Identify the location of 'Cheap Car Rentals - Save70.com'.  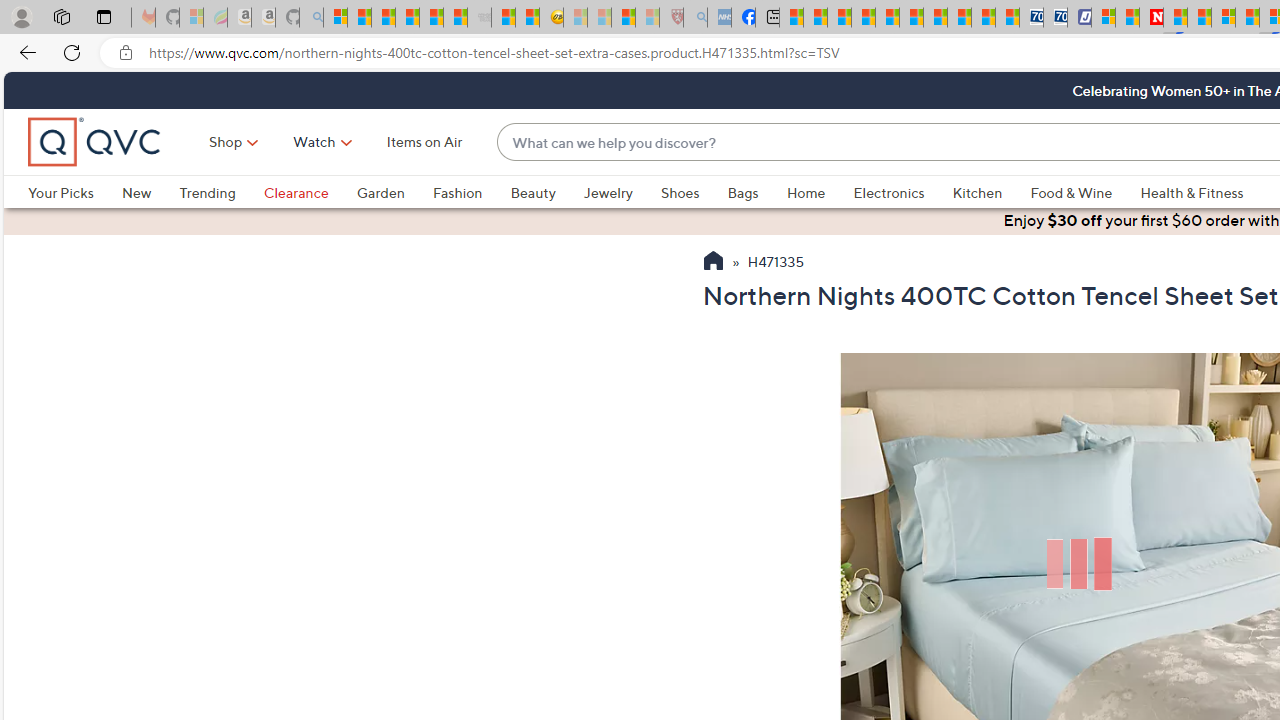
(1031, 17).